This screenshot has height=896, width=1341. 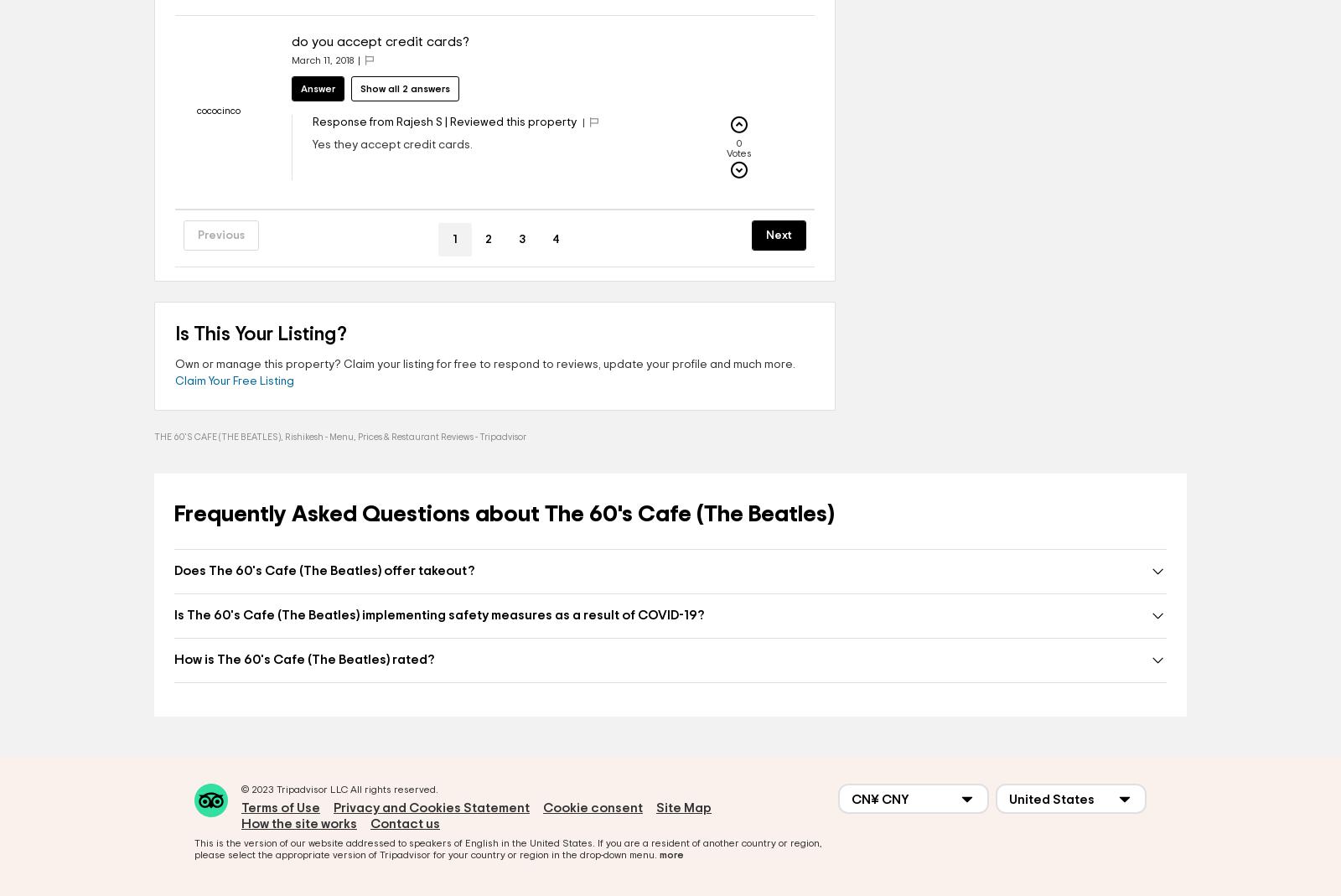 What do you see at coordinates (737, 143) in the screenshot?
I see `'0'` at bounding box center [737, 143].